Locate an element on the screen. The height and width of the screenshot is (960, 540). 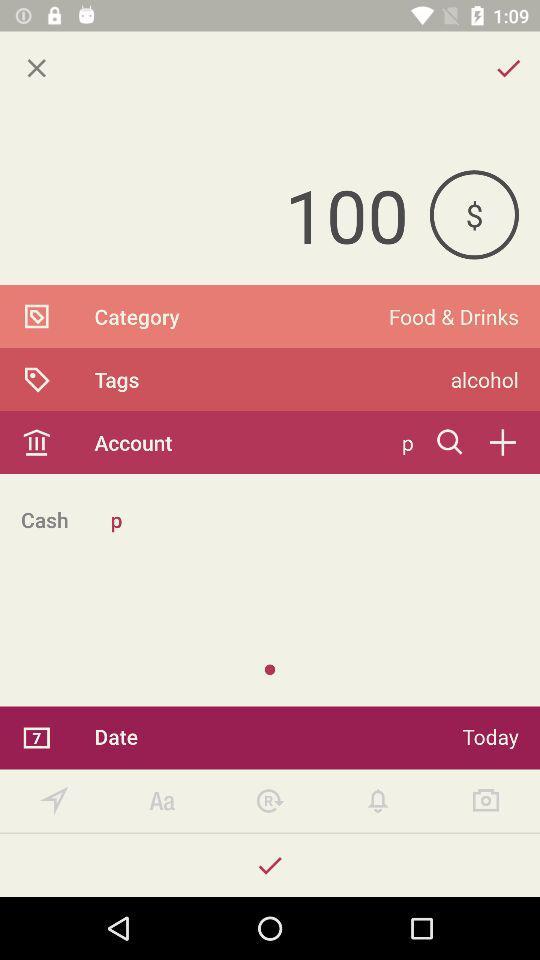
notifications is located at coordinates (378, 801).